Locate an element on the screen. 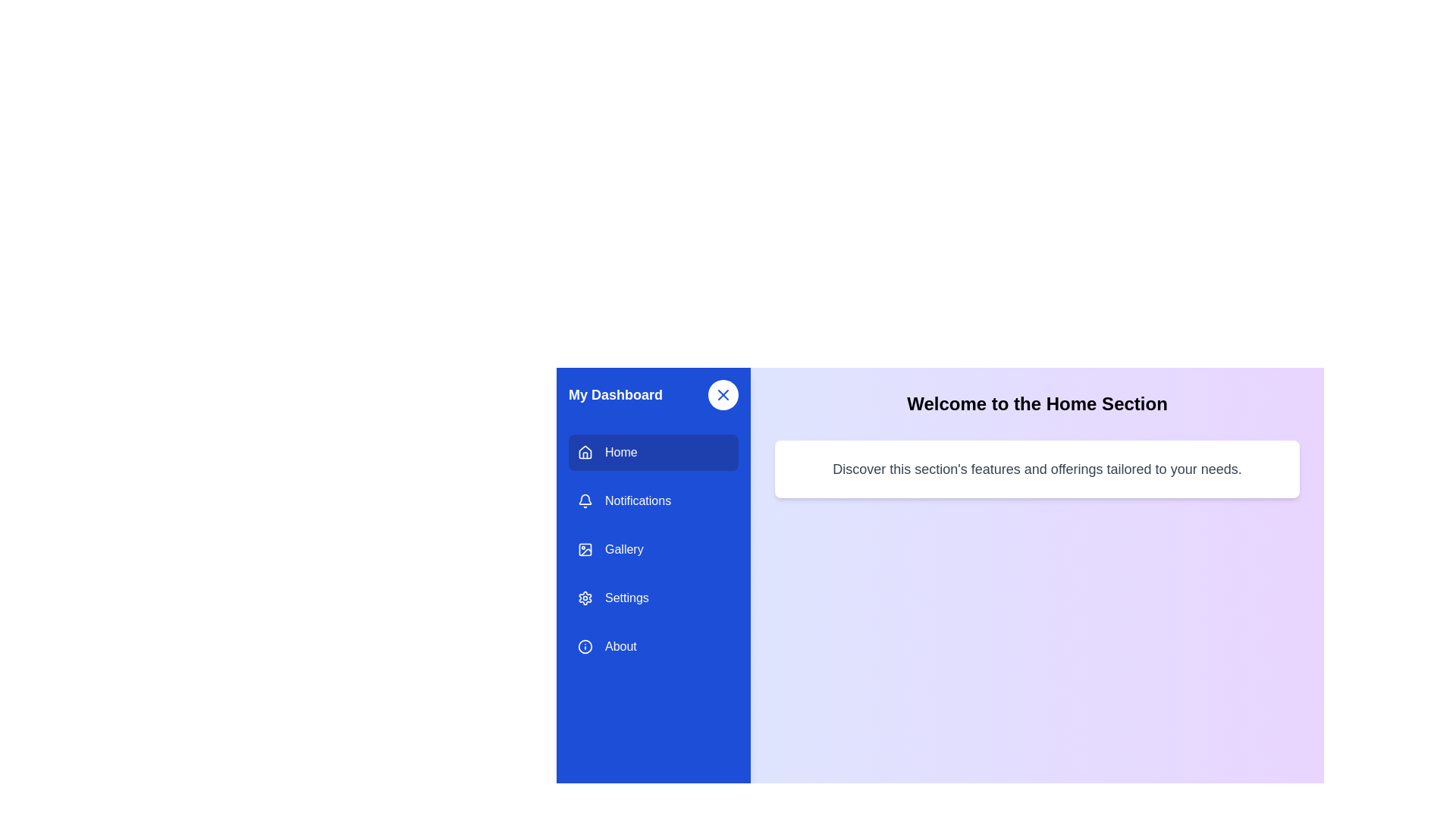 The image size is (1456, 819). the toggle button to change the sidebar visibility is located at coordinates (723, 394).